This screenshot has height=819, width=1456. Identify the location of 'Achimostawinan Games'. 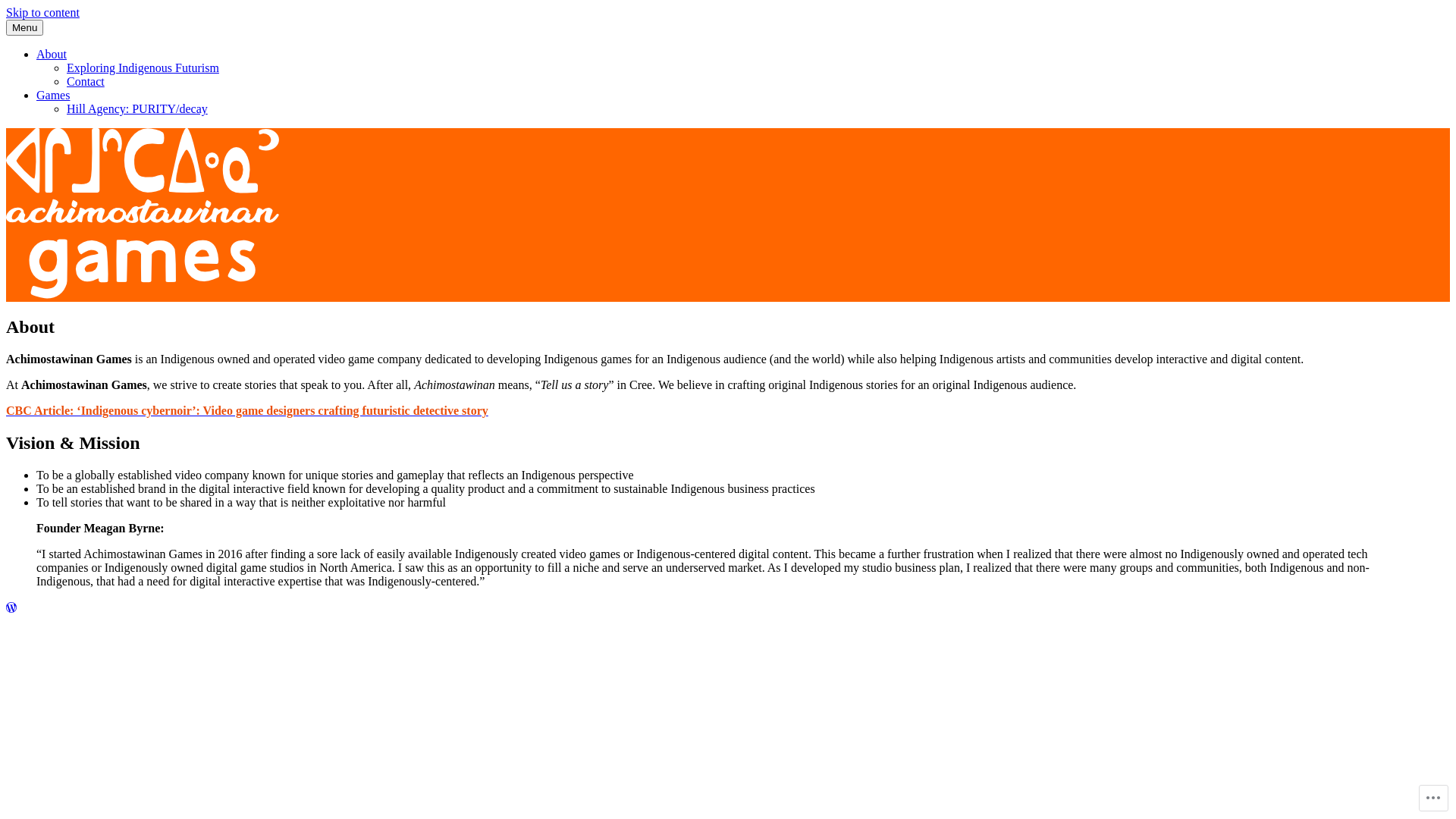
(64, 319).